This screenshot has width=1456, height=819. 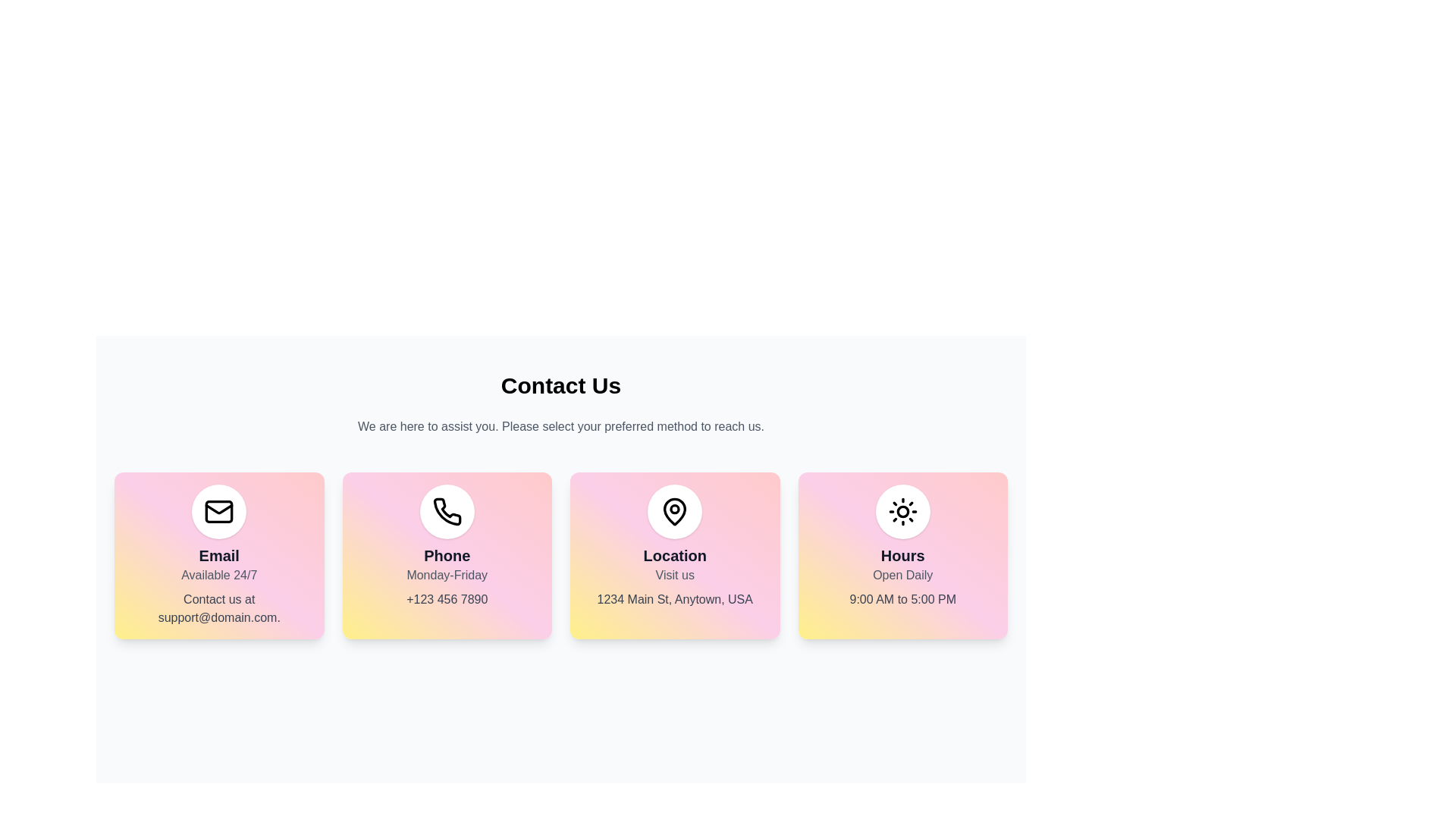 I want to click on the black outlined phone receiver icon located centrally inside the second card labeled 'Phone' in a horizontally aligned grid of four cards, so click(x=446, y=512).